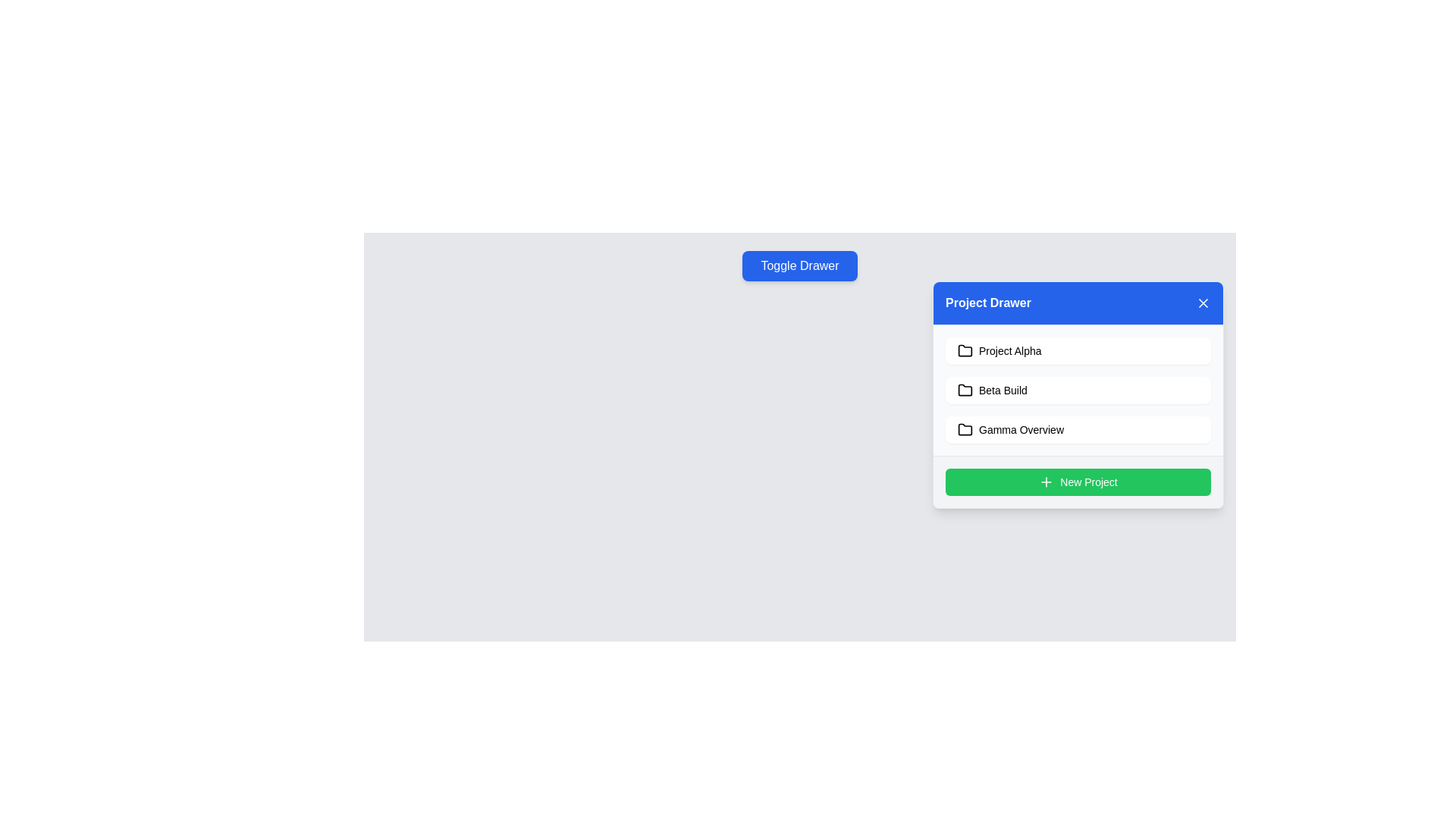 Image resolution: width=1456 pixels, height=819 pixels. What do you see at coordinates (964, 350) in the screenshot?
I see `the small folder icon with a minimalist outline design located within the 'Project Alpha' list item` at bounding box center [964, 350].